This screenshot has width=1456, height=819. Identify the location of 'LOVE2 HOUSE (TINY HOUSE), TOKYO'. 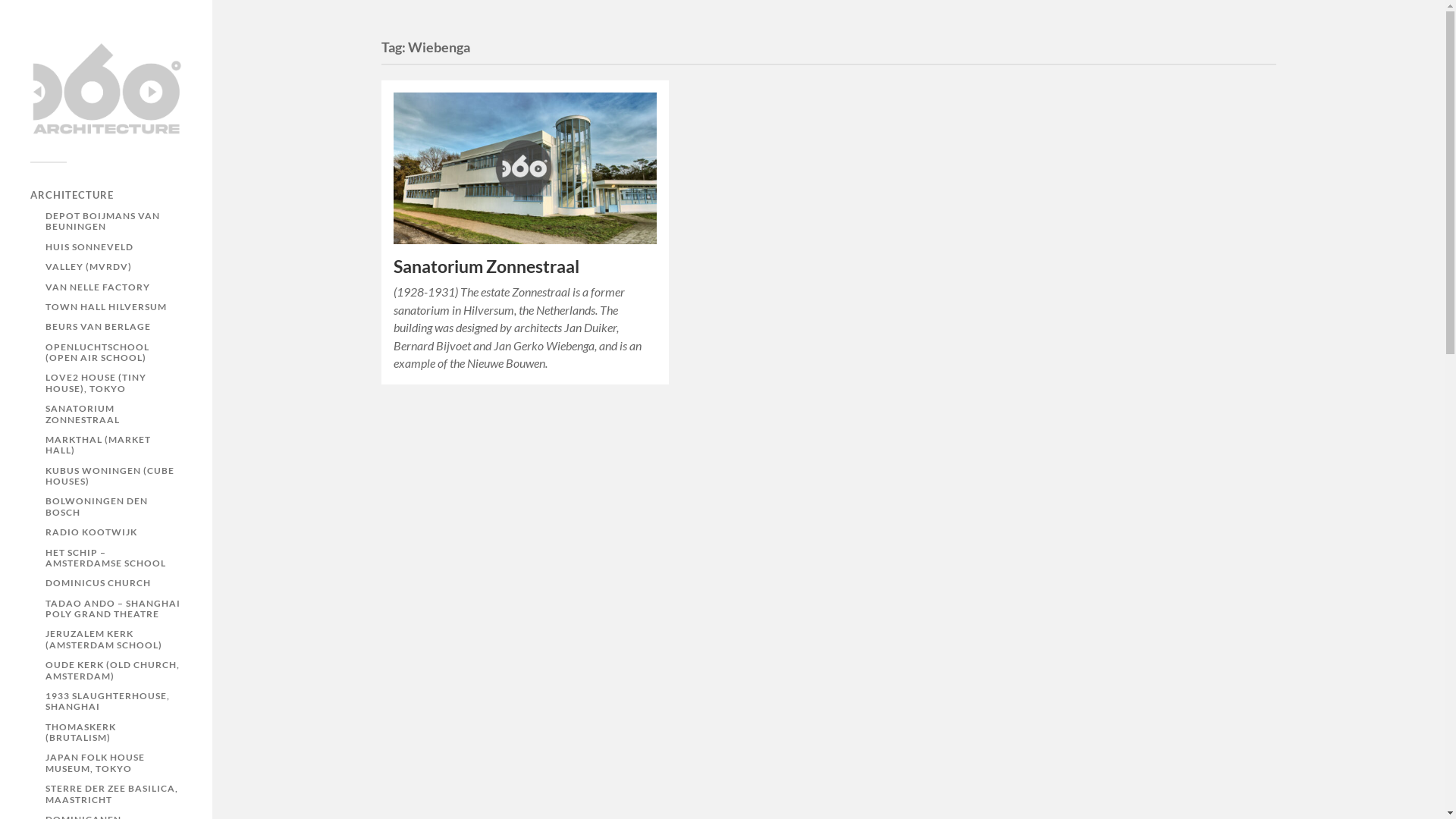
(95, 381).